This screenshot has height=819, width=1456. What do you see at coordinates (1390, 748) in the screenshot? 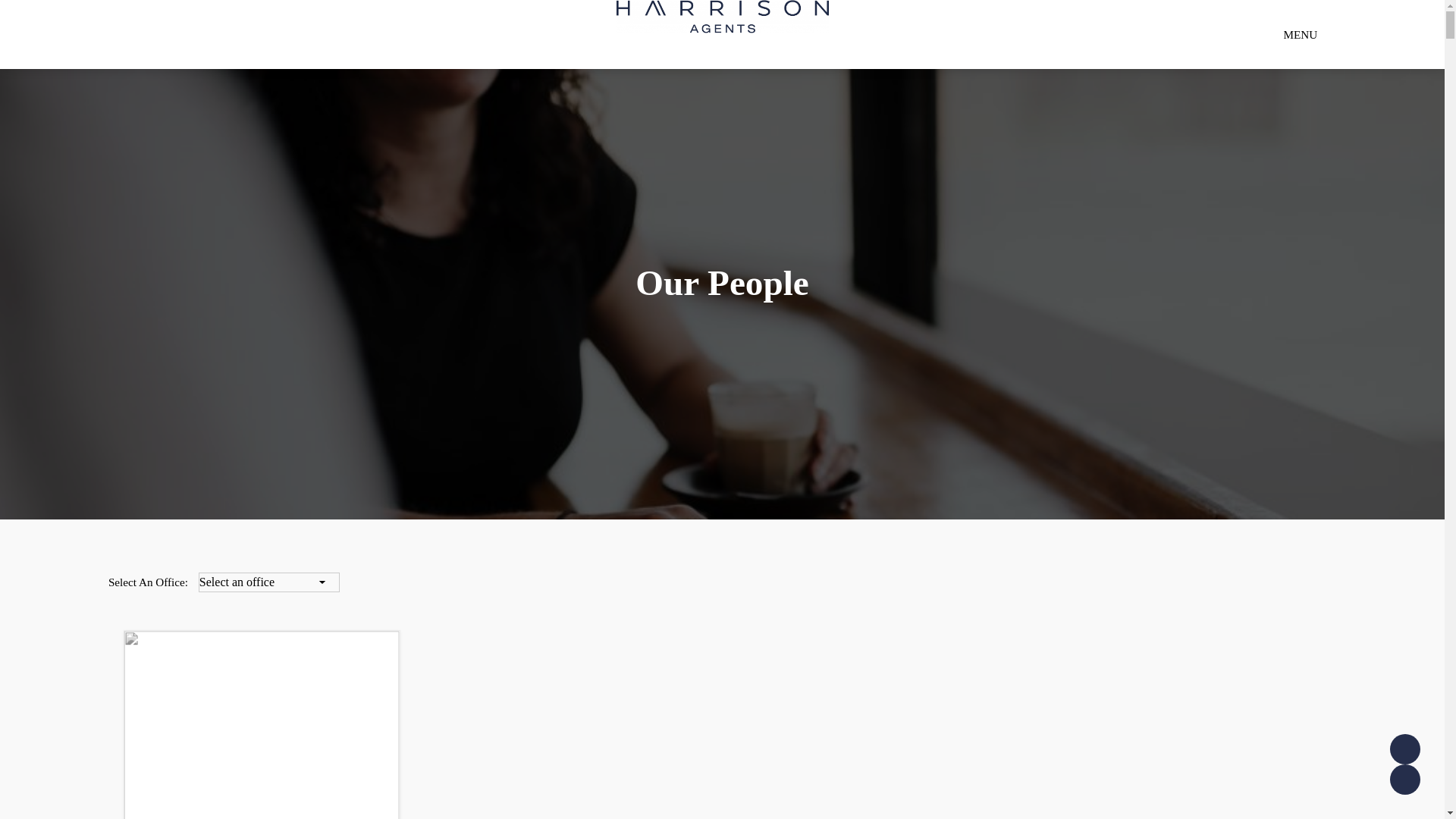
I see `'Buy Page'` at bounding box center [1390, 748].